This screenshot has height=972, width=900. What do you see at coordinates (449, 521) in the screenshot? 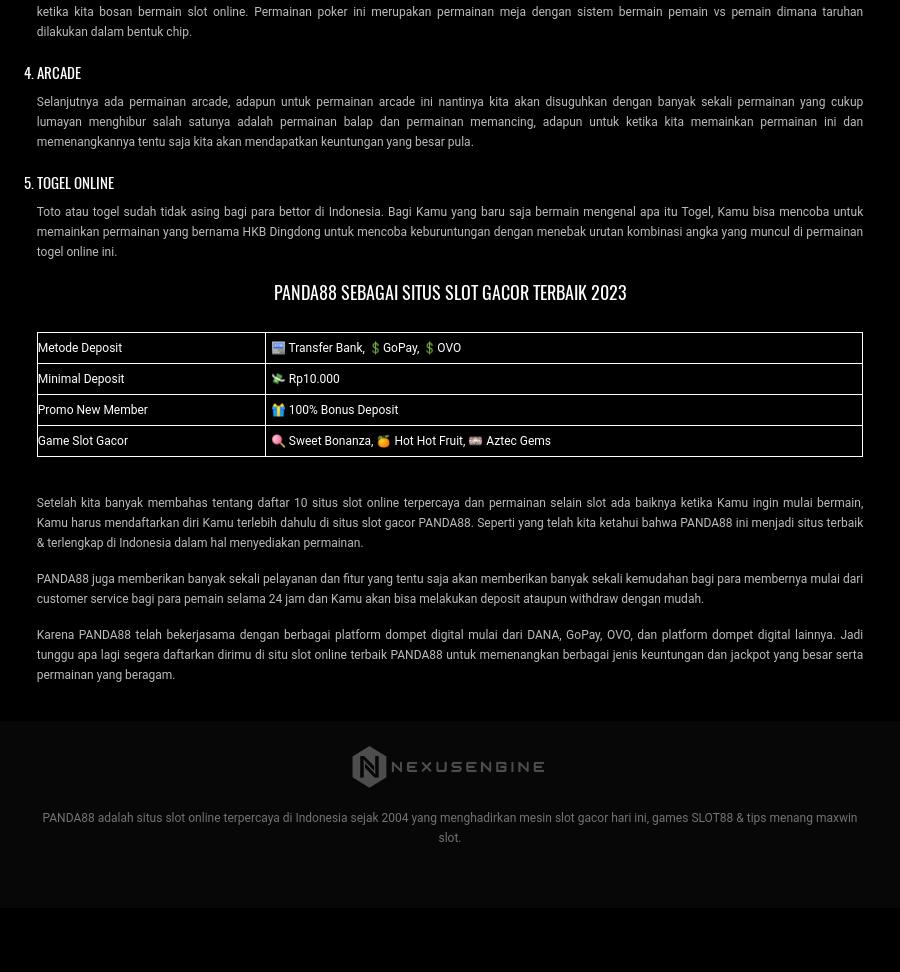
I see `'Setelah kita banyak membahas tentang daftar 10 situs slot online terpercaya dan permainan selain slot ada baiknya ketika Kamu ingin mulai bermain, Kamu harus mendaftarkan diri Kamu terlebih dahulu di situs slot gacor PANDA88. Seperti yang telah kita ketahui bahwa PANDA88 ini menjadi situs terbaik & terlengkap di Indonesia dalam hal menyediakan permainan.'` at bounding box center [449, 521].